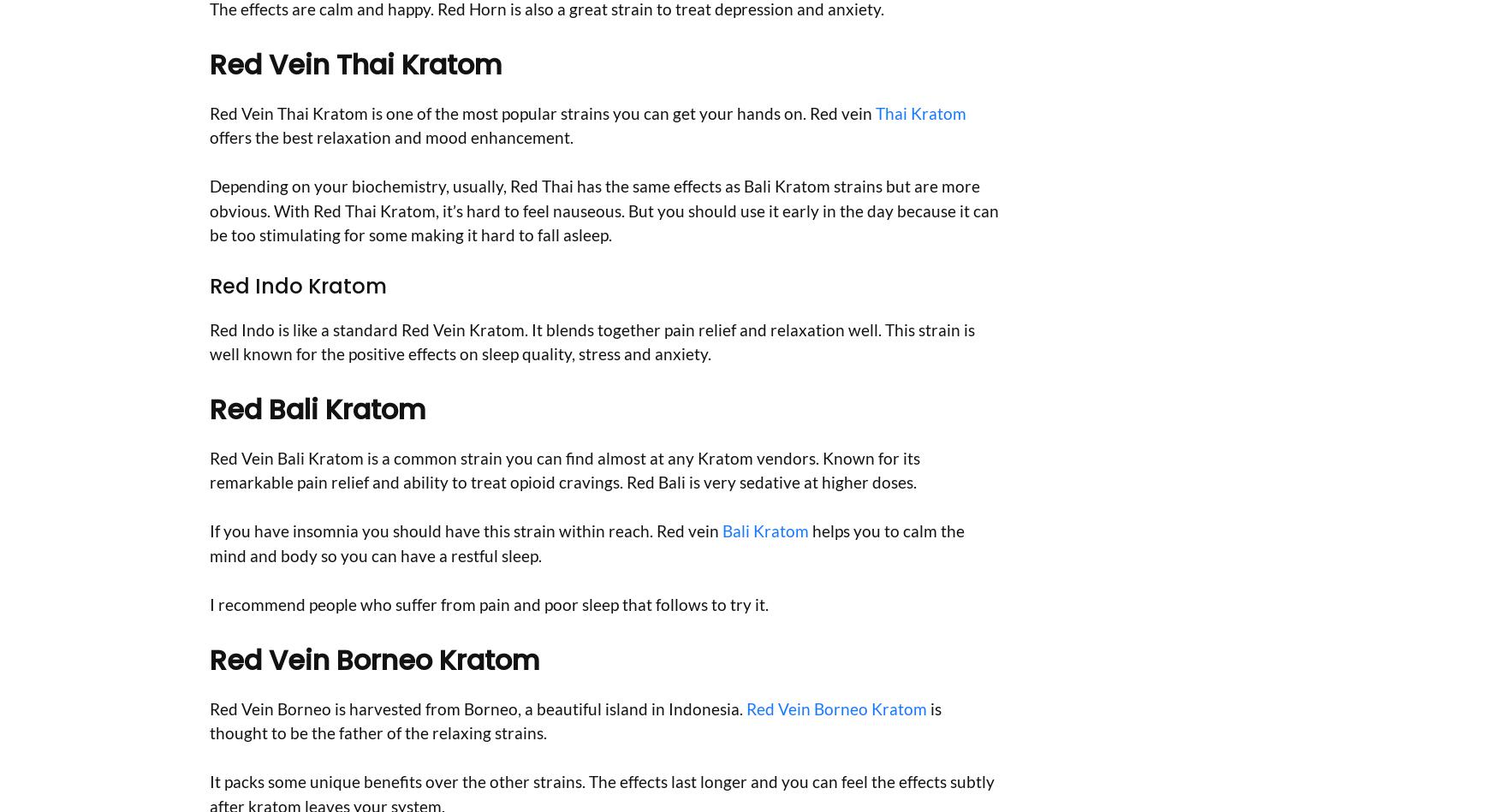 The height and width of the screenshot is (812, 1498). I want to click on 'I recommend people who suffer from pain and poor sleep that follows to try it.', so click(489, 603).